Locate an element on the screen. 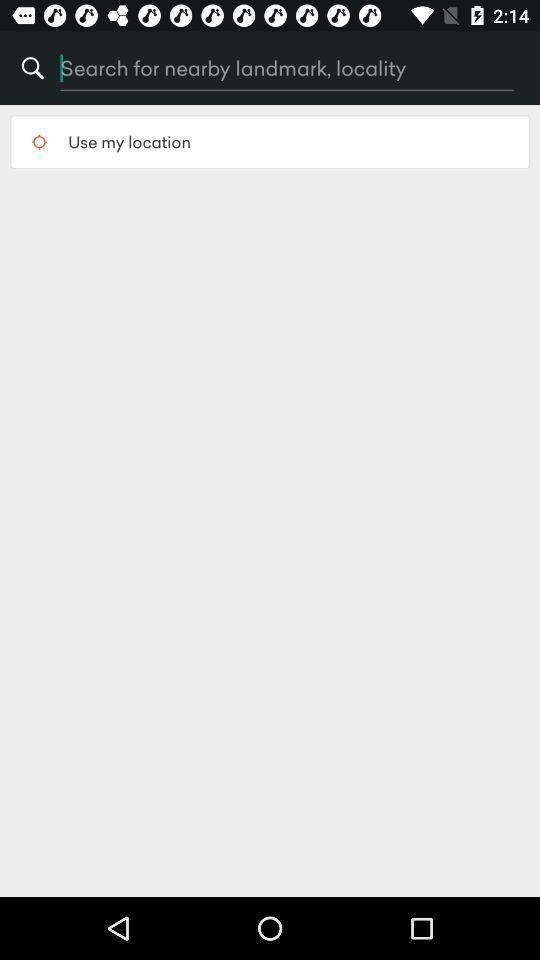  icon next to the % item is located at coordinates (243, 68).